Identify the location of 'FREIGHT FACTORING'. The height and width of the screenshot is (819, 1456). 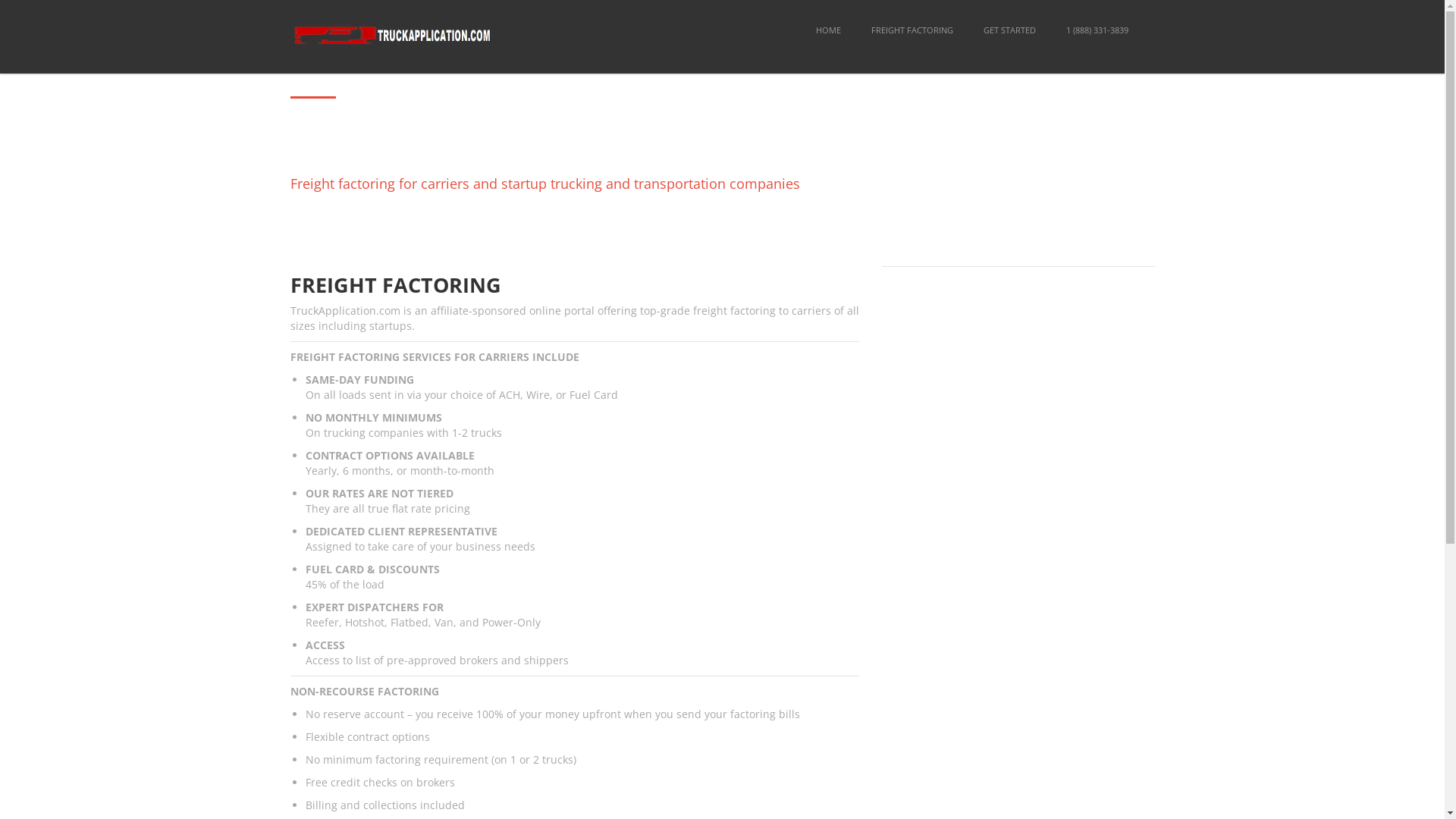
(1004, 31).